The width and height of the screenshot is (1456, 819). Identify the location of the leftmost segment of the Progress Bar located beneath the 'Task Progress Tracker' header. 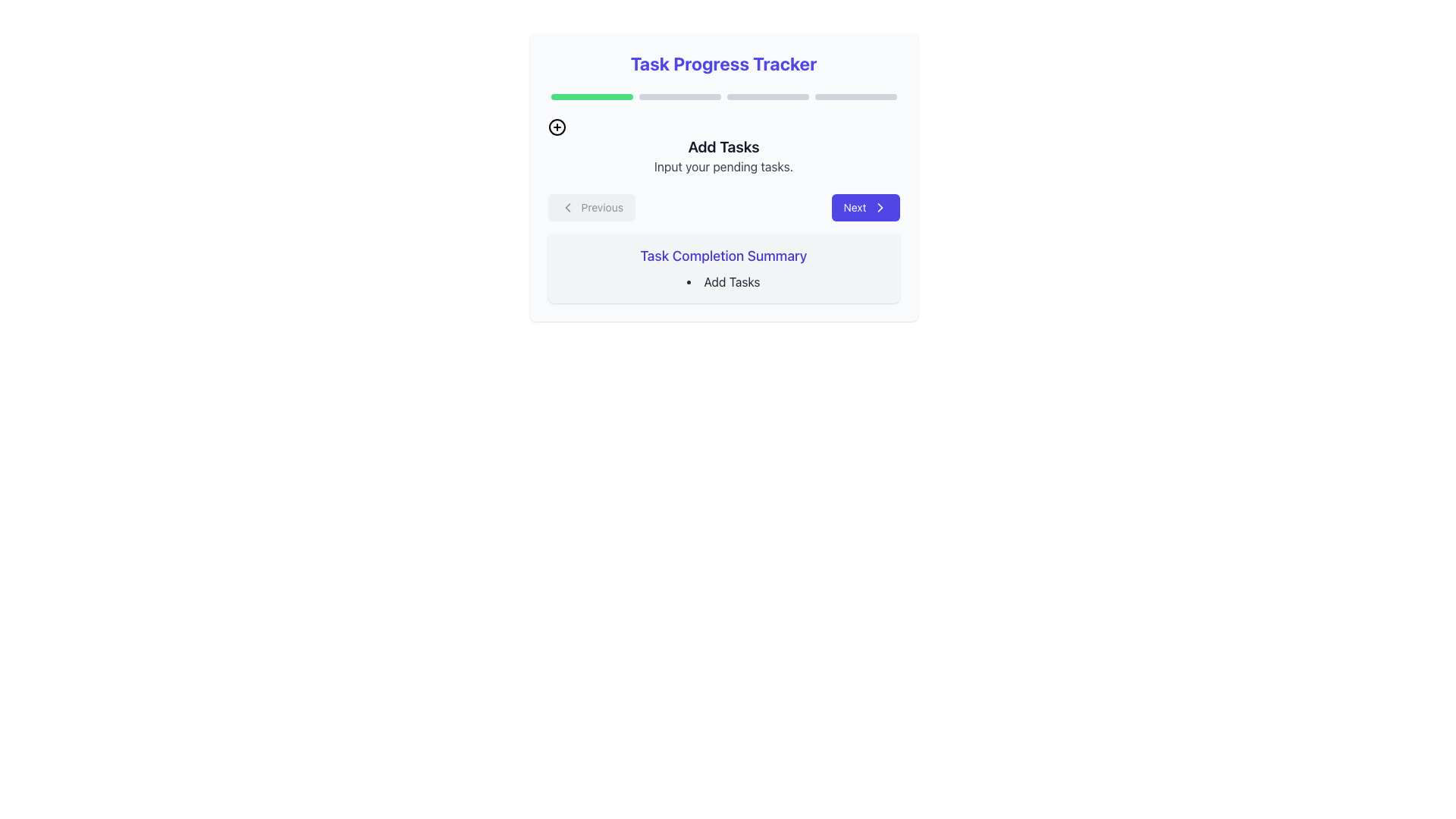
(591, 96).